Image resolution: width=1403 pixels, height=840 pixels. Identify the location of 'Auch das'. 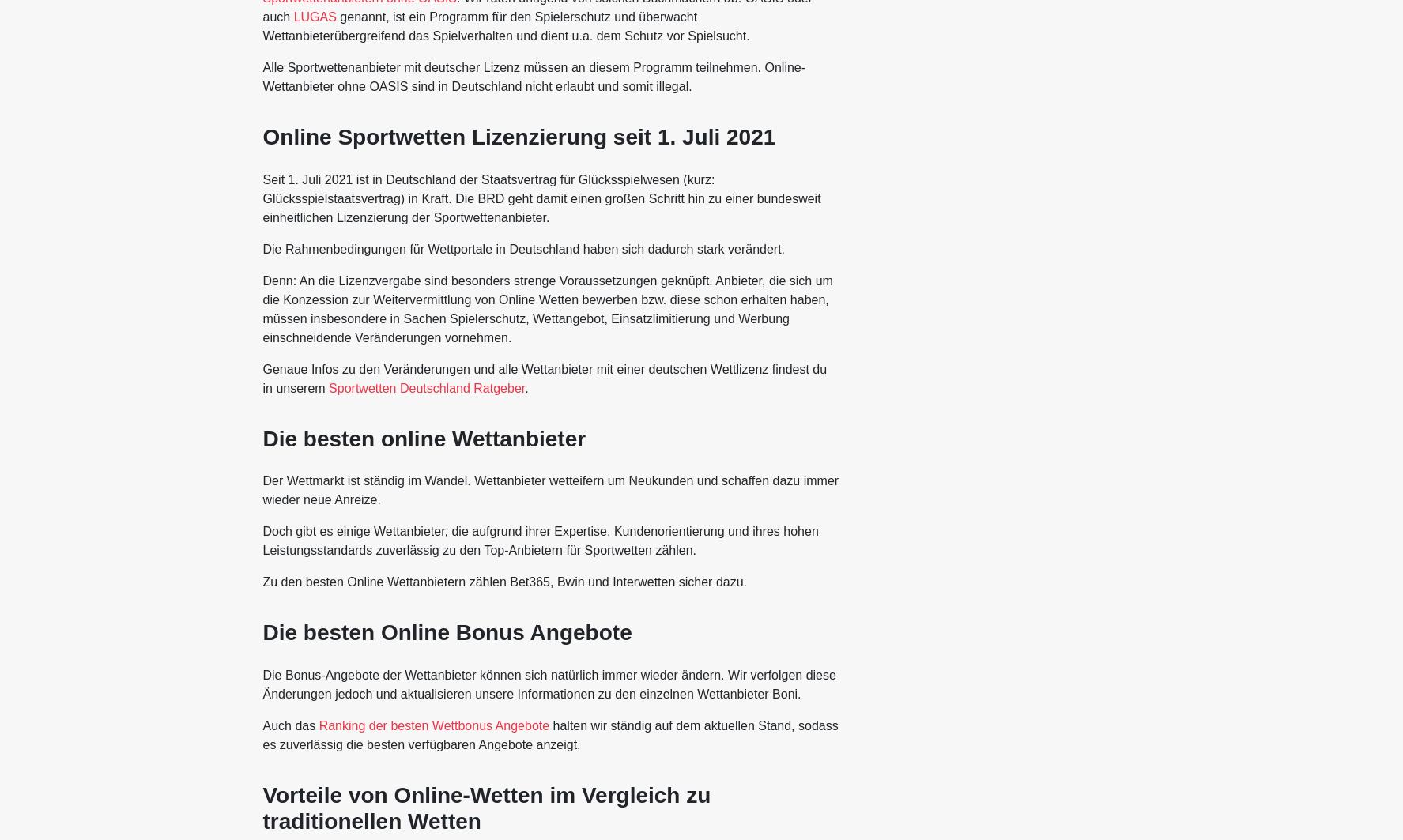
(289, 724).